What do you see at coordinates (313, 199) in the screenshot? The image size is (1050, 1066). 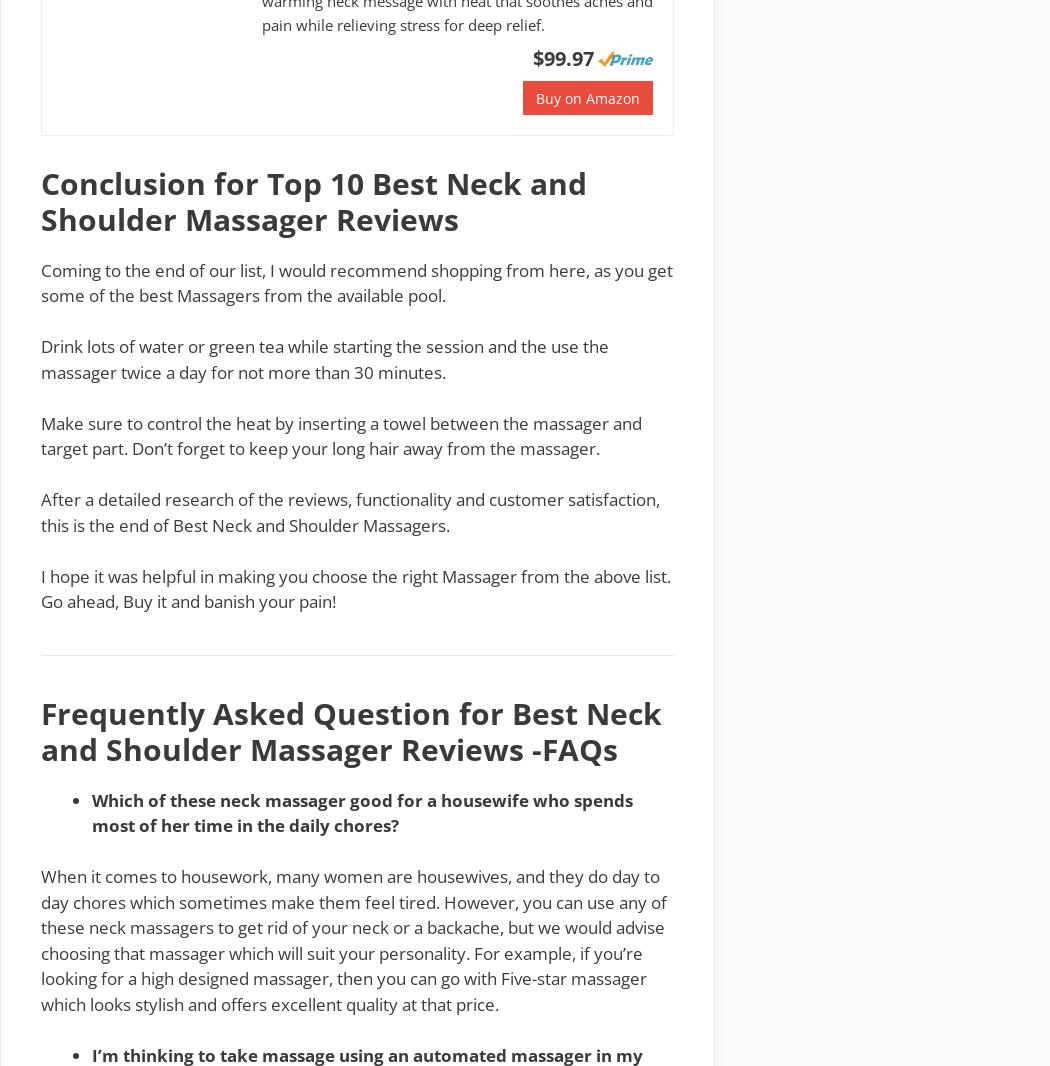 I see `'Conclusion for Top 10 Best Neck and Shoulder Massager Reviews'` at bounding box center [313, 199].